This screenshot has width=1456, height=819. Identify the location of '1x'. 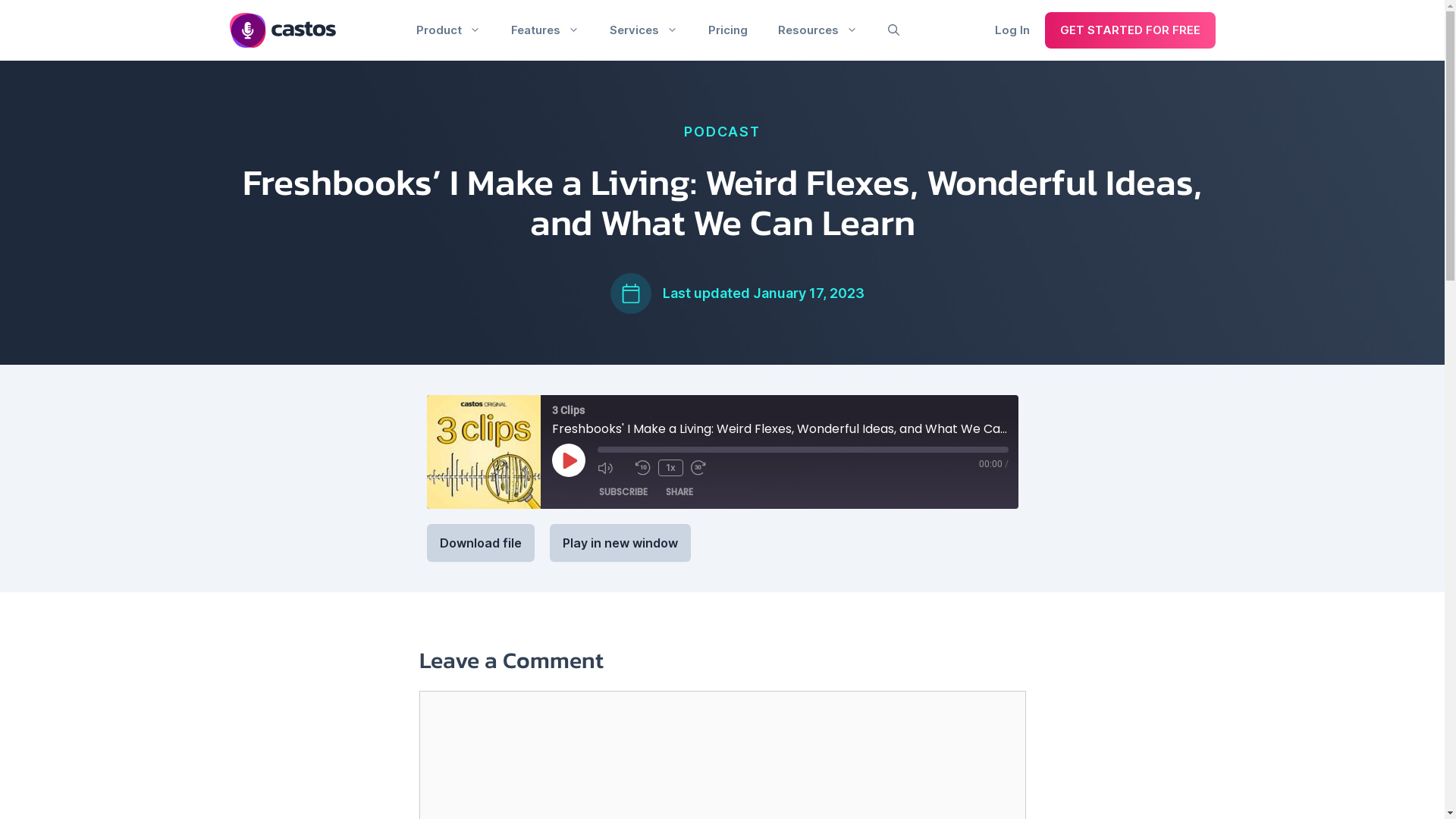
(670, 467).